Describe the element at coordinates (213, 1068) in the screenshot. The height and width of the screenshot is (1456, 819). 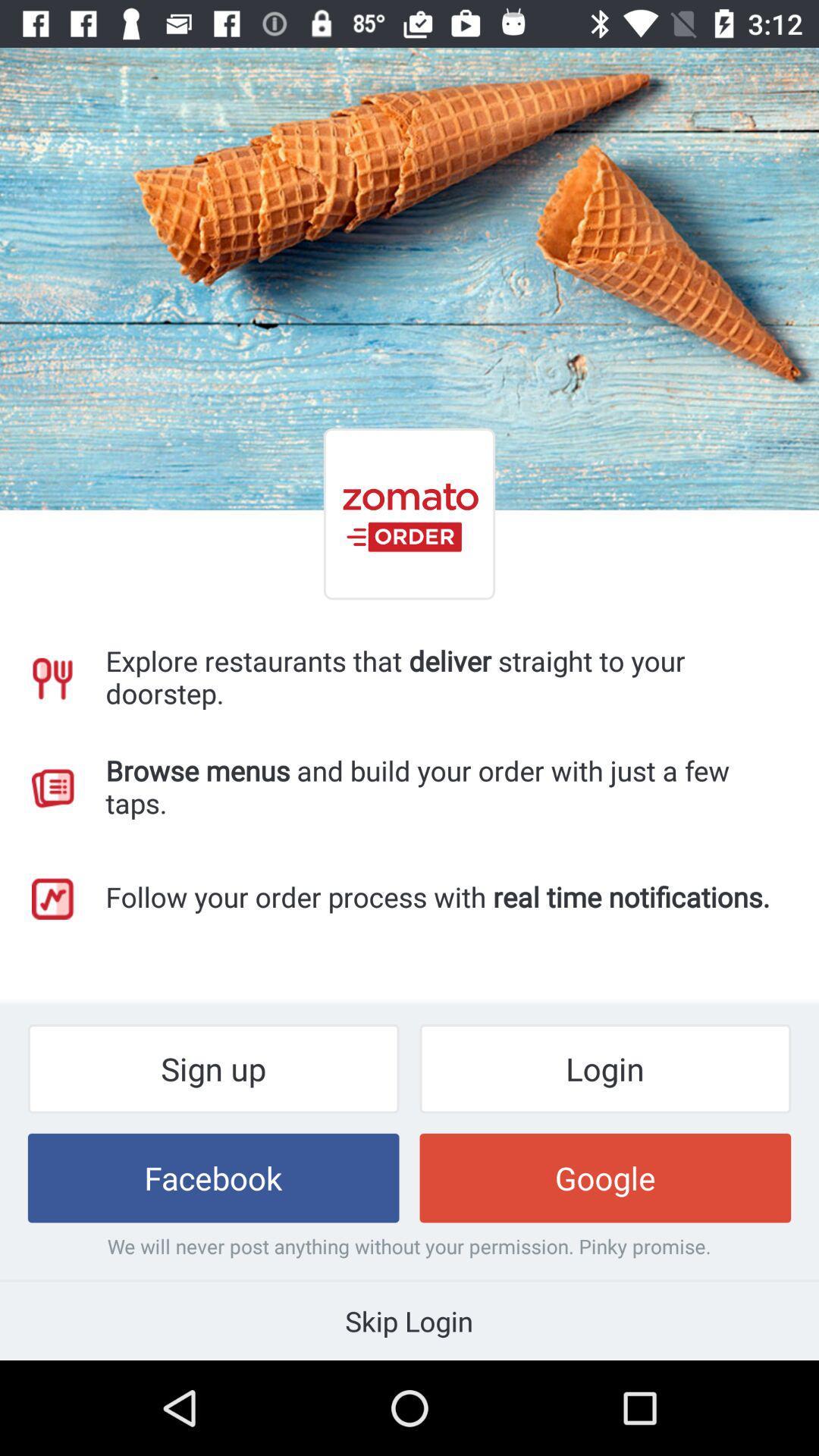
I see `icon above facebook icon` at that location.